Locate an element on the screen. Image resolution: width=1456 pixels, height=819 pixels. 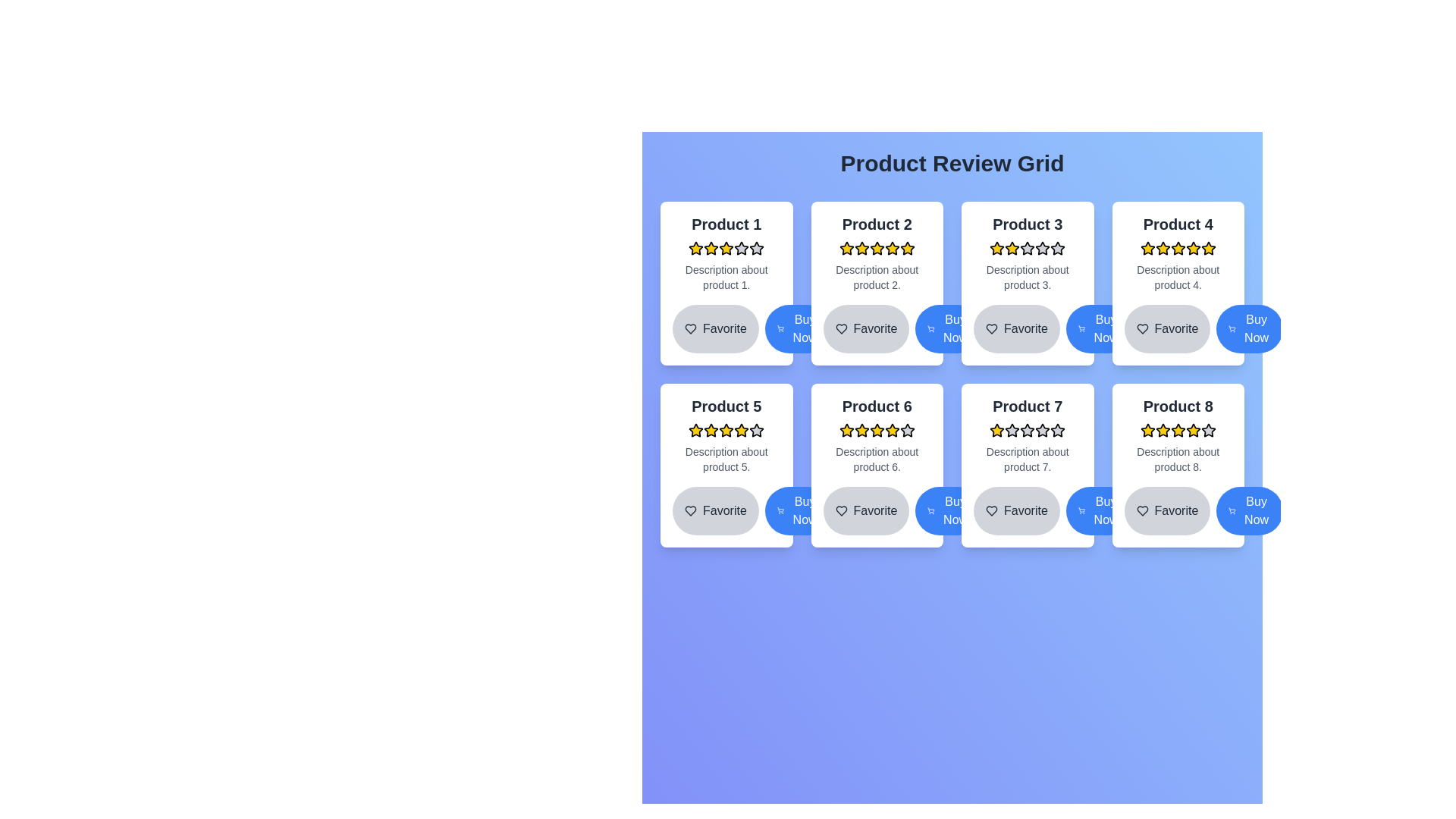
the first star icon in the five-star rating system for 'Product 4', located in the second row and fourth column of the product grid is located at coordinates (1147, 247).